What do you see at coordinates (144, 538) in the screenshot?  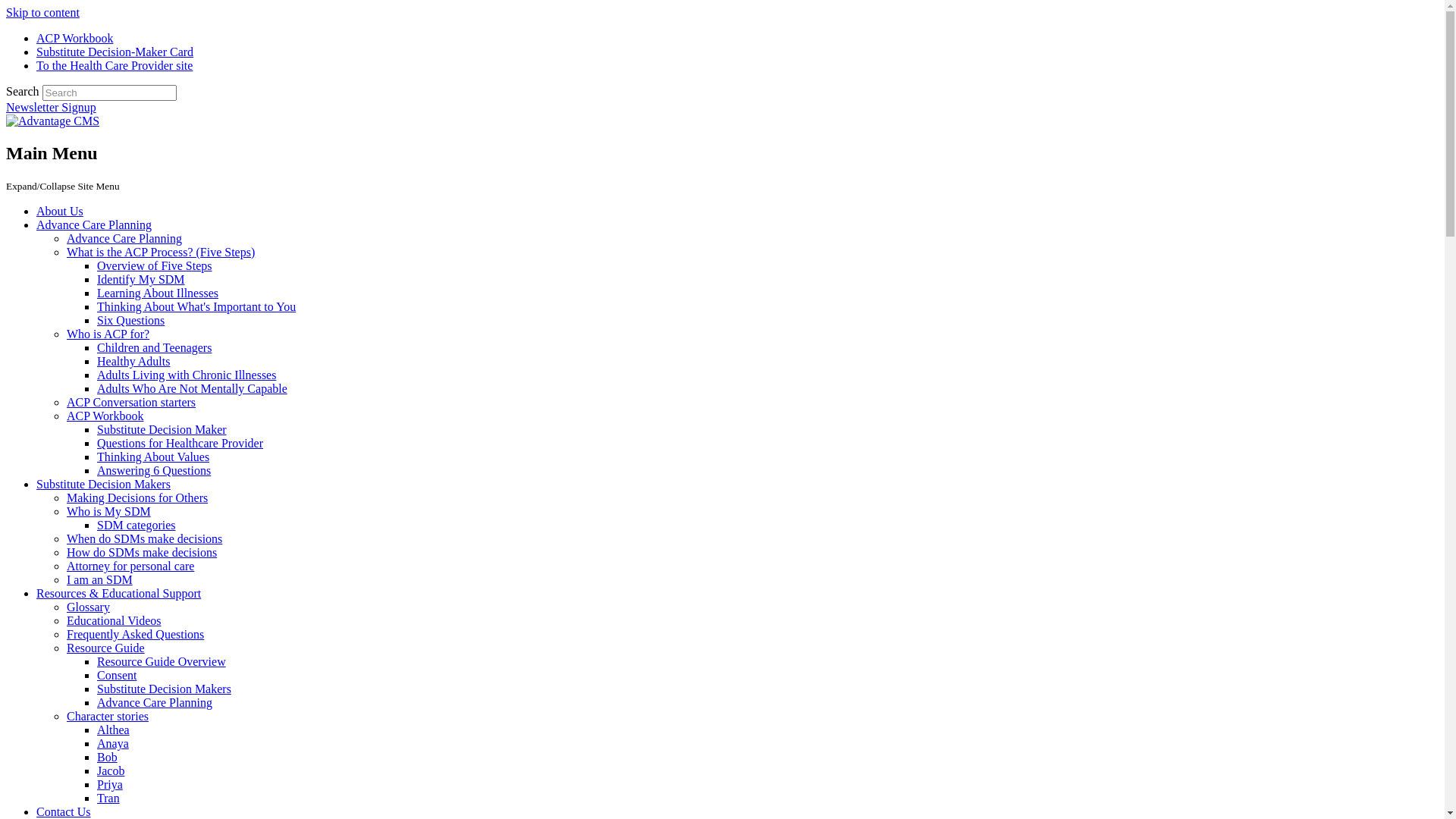 I see `'When do SDMs make decisions'` at bounding box center [144, 538].